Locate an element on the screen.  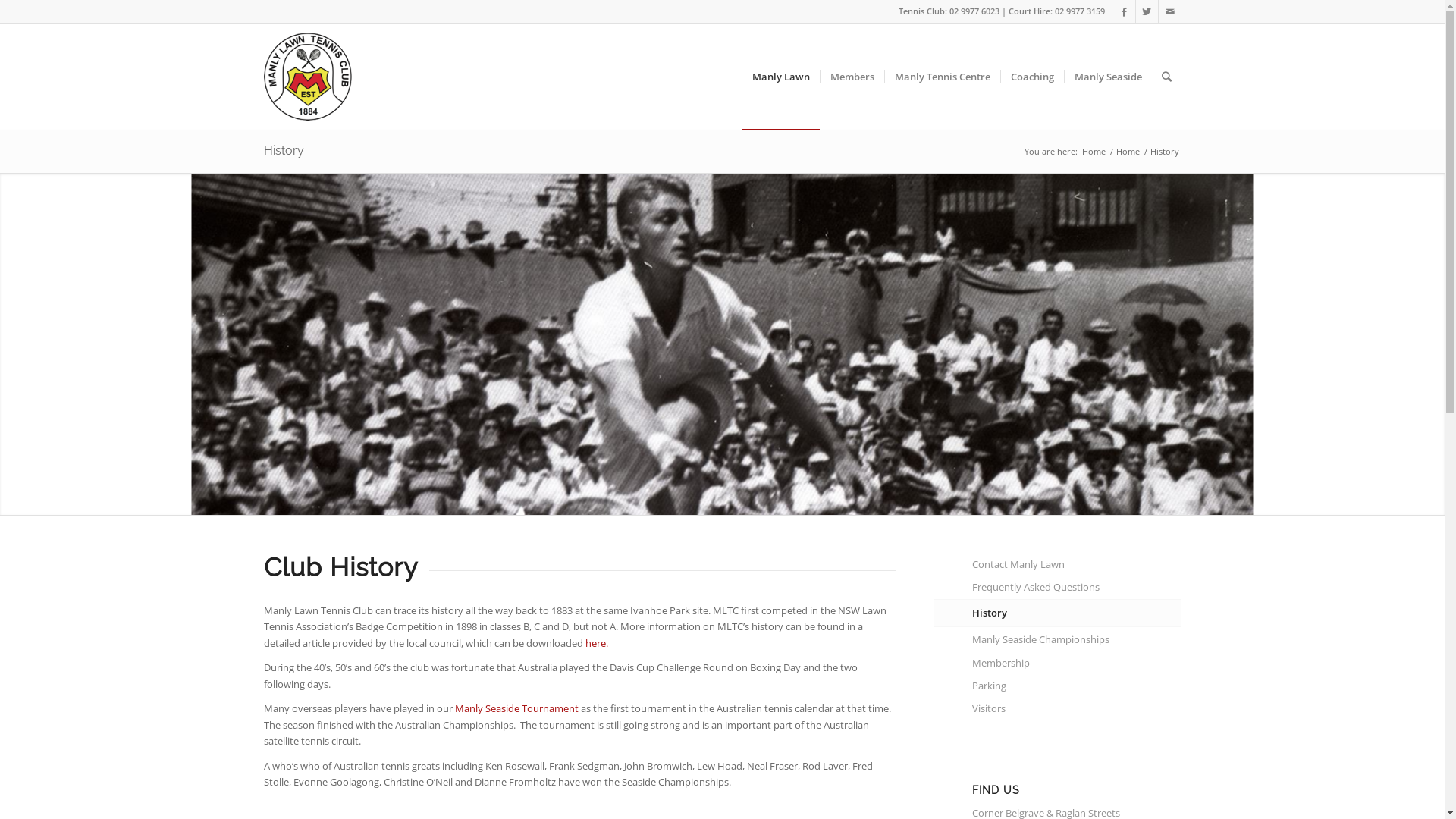
'here.' is located at coordinates (596, 643).